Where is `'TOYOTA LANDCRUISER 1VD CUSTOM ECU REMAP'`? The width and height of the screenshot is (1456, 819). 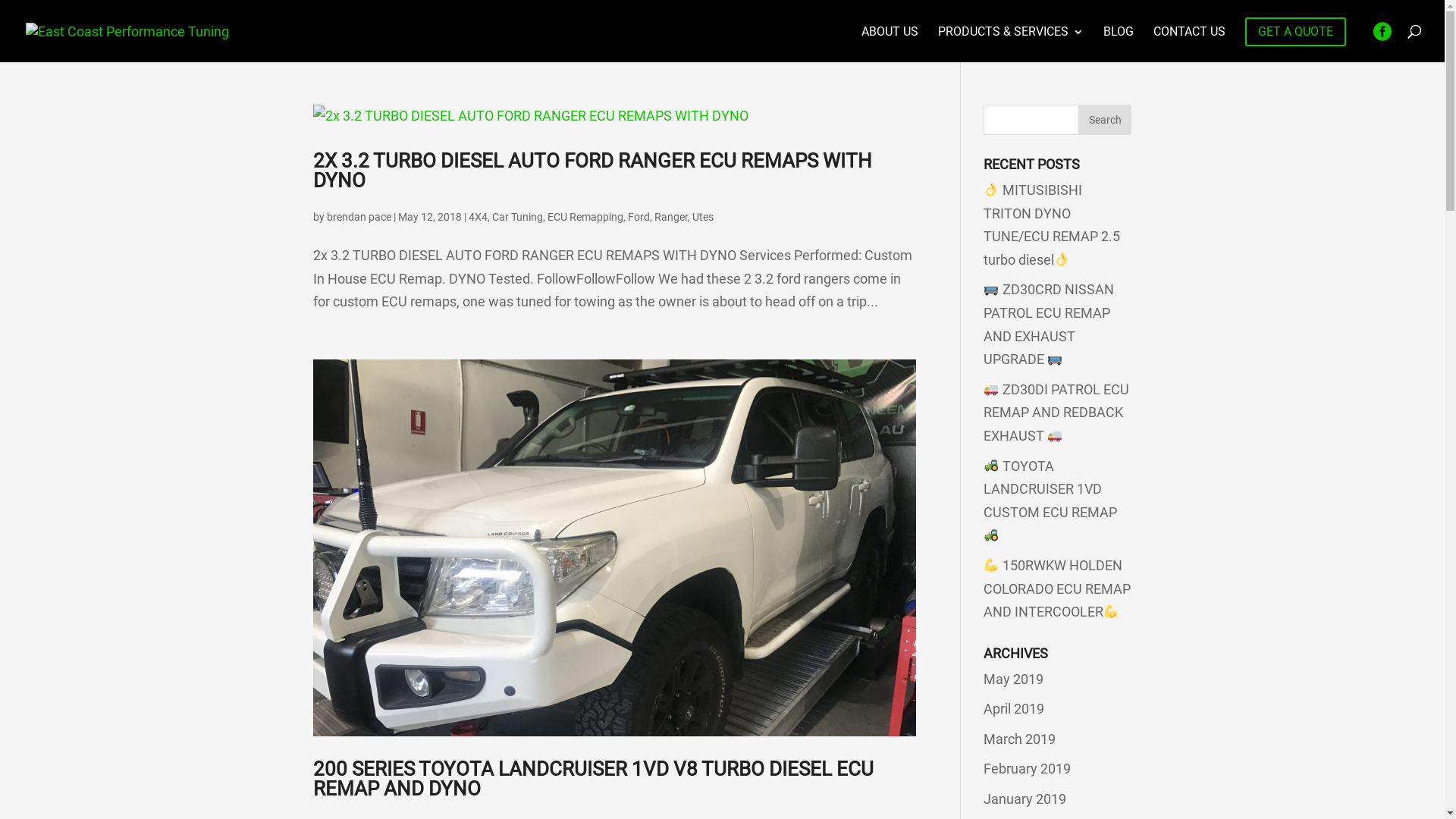 'TOYOTA LANDCRUISER 1VD CUSTOM ECU REMAP' is located at coordinates (1050, 500).